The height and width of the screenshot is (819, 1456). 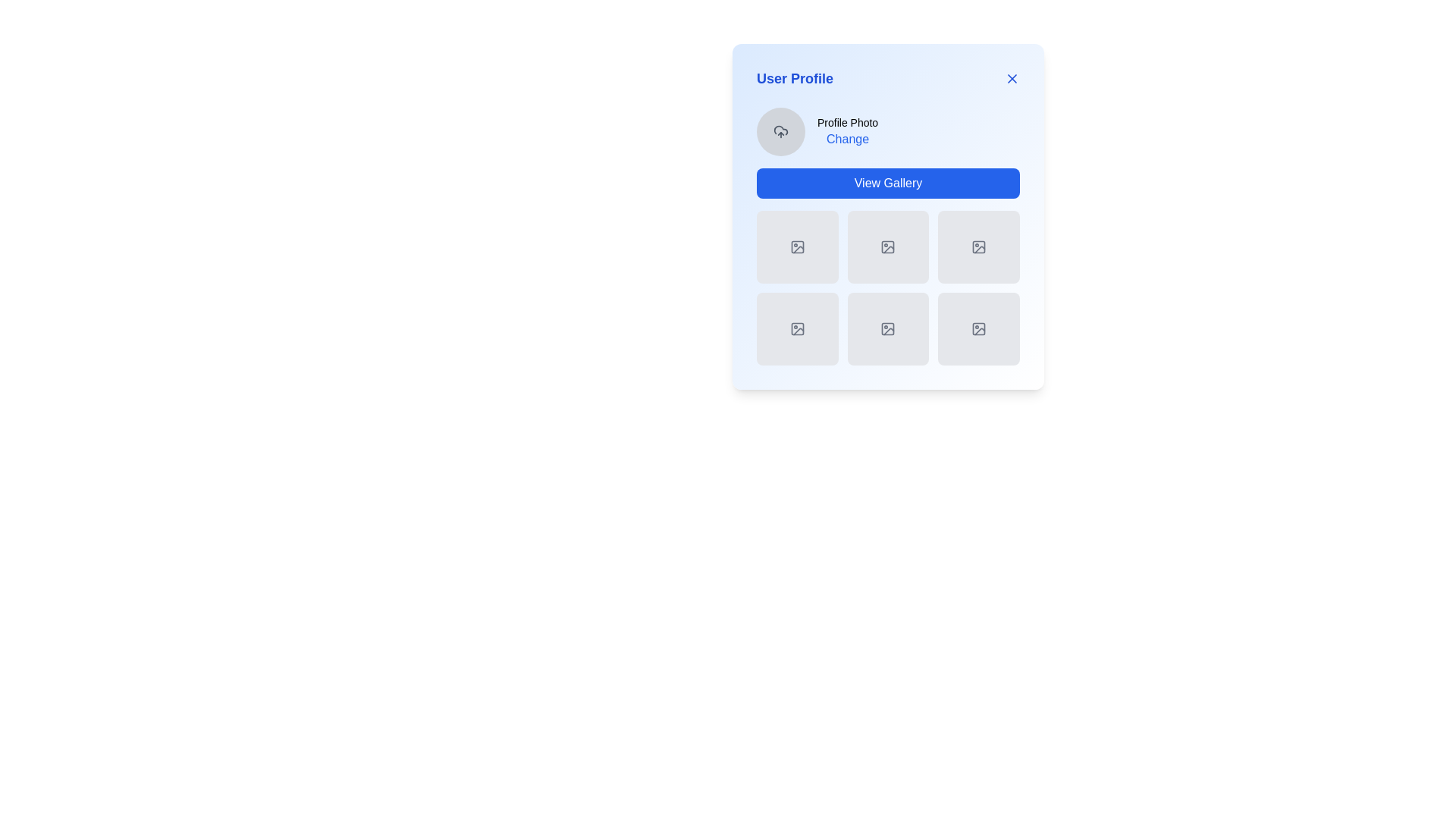 I want to click on the selectable gallery card located, so click(x=888, y=237).